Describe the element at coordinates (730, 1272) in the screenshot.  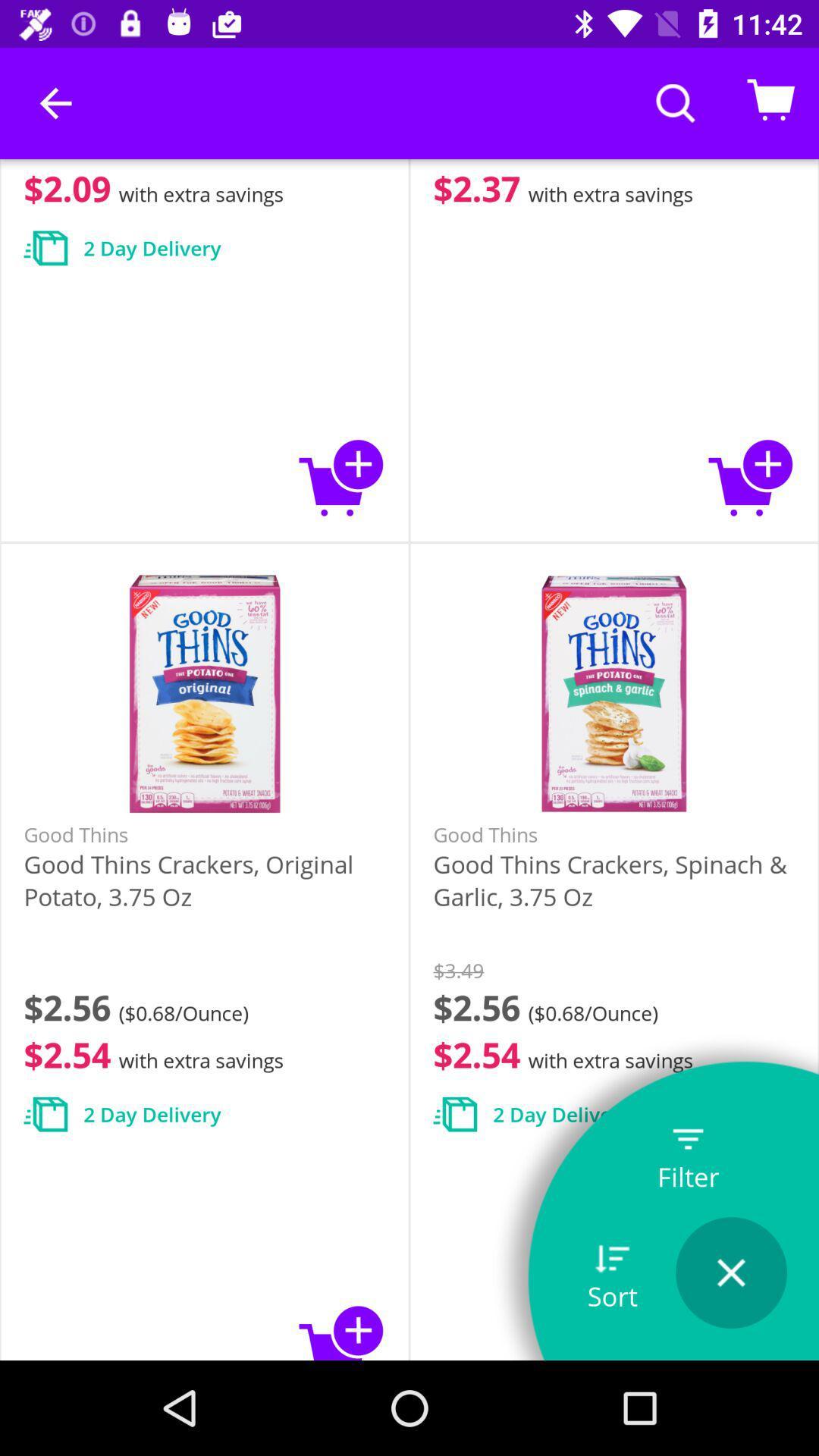
I see `the close icon` at that location.